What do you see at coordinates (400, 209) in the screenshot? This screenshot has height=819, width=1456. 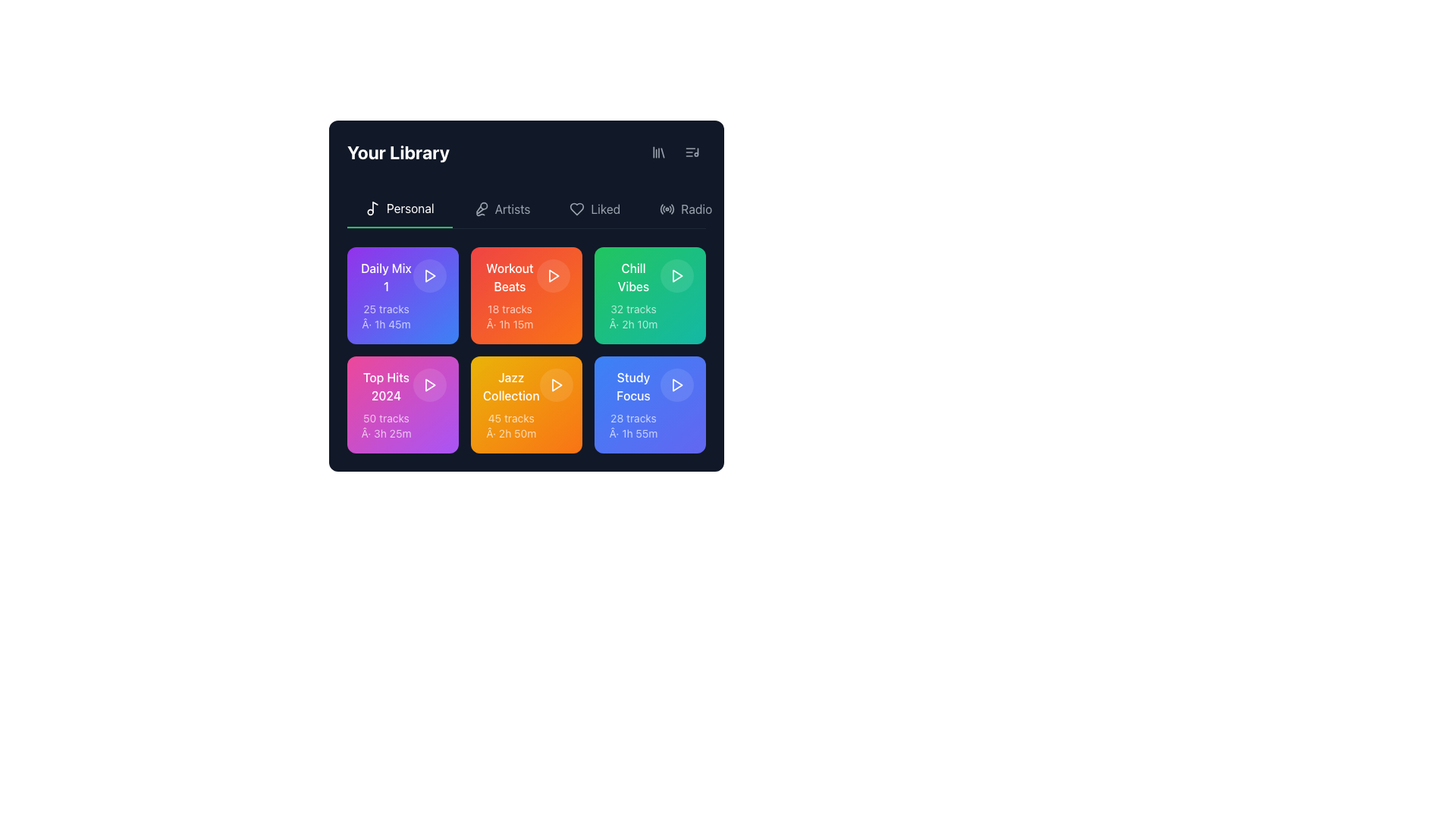 I see `the 'Personal' button, which is the first tab in a horizontal row of buttons, indicated by its green underline and white text` at bounding box center [400, 209].